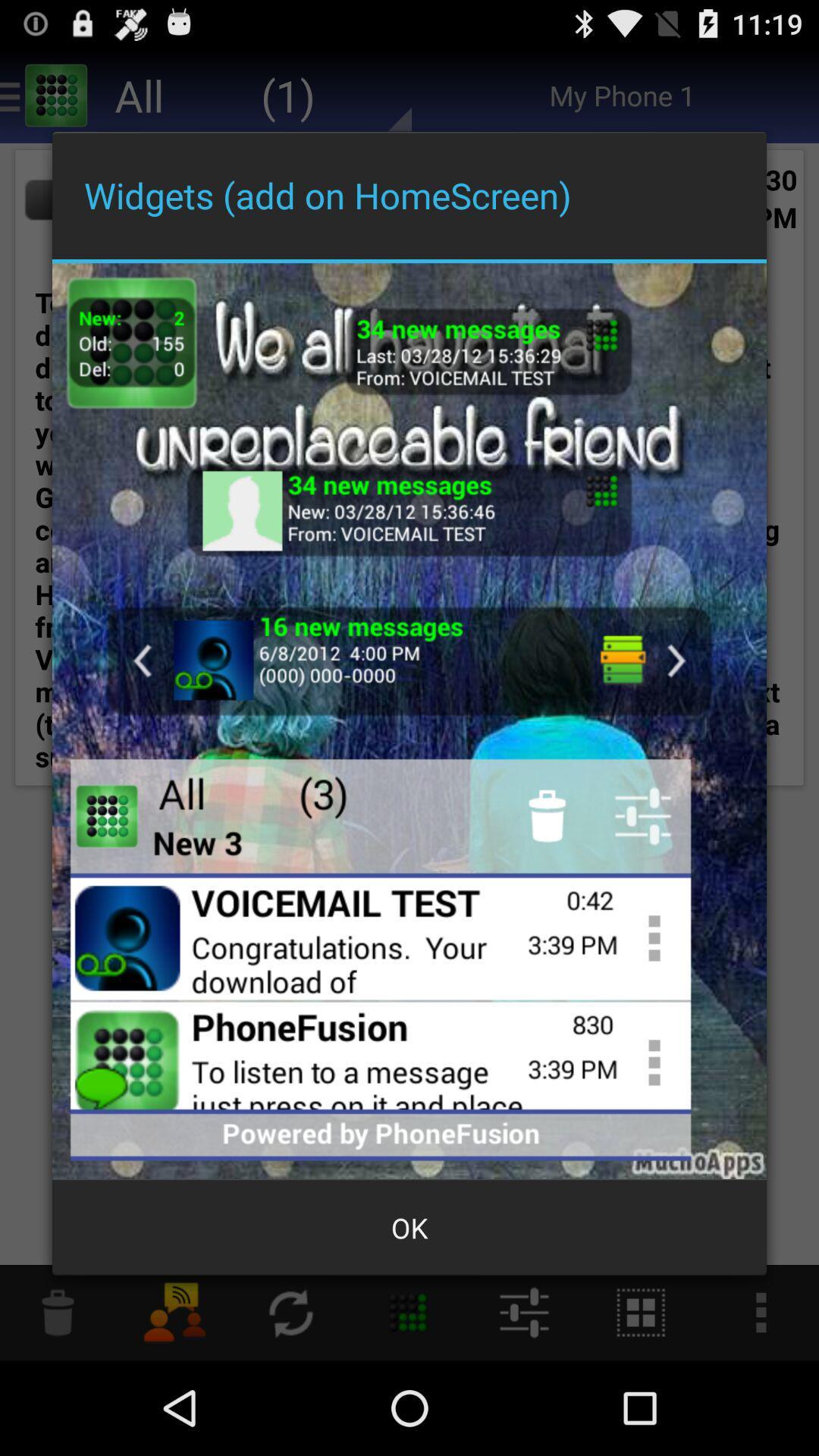  Describe the element at coordinates (409, 661) in the screenshot. I see `access voicemail` at that location.